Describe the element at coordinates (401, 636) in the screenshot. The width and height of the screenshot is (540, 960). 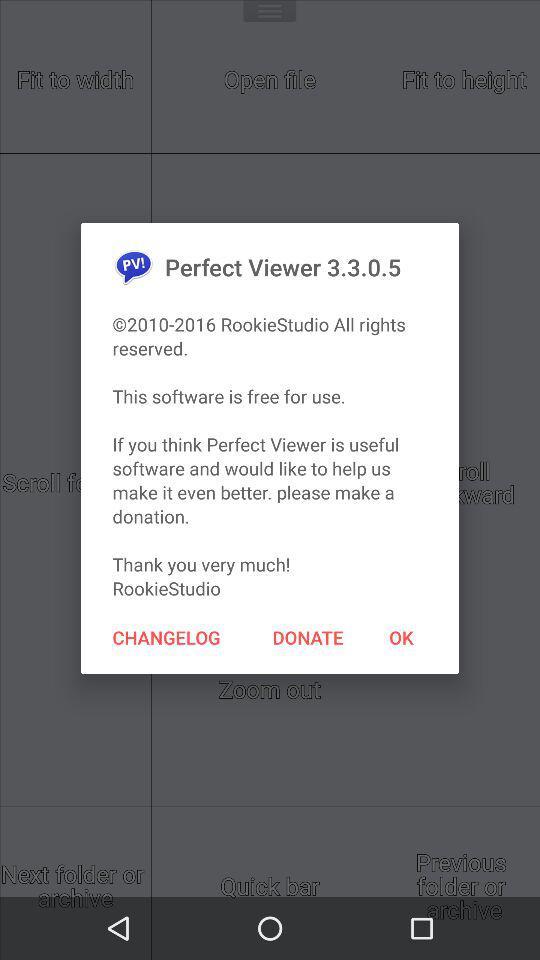
I see `the icon next to donate icon` at that location.